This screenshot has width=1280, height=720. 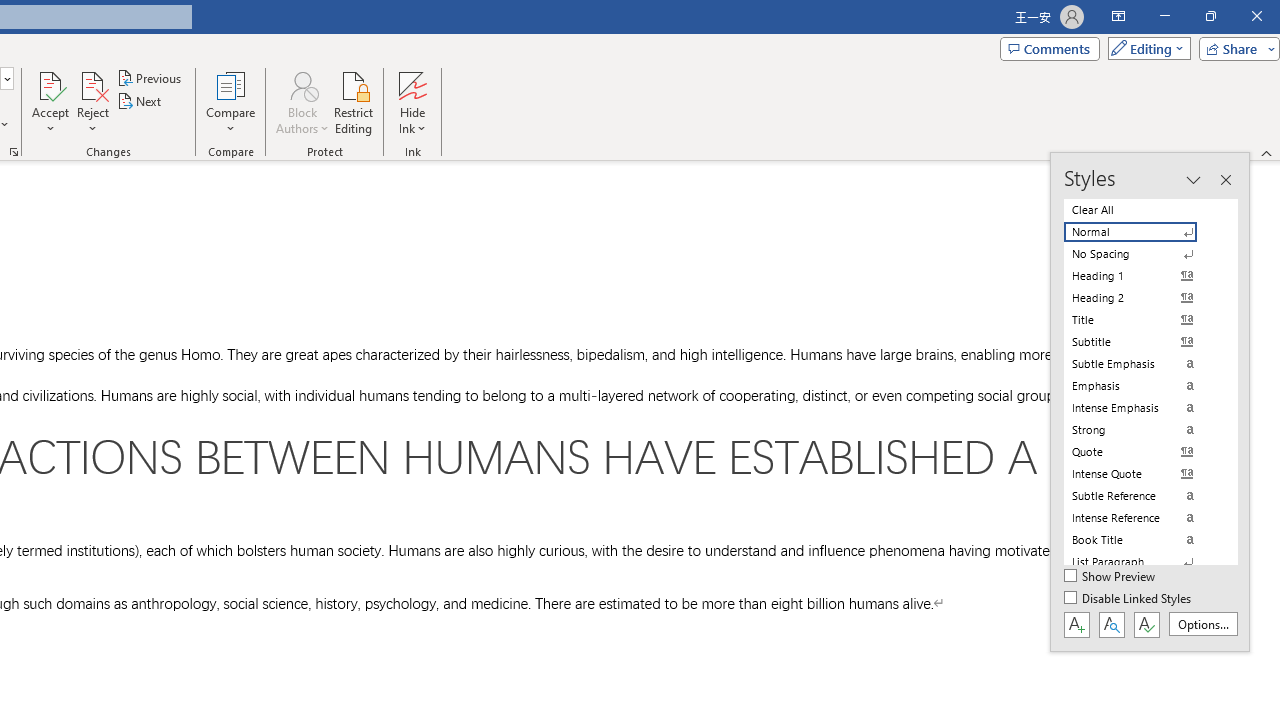 What do you see at coordinates (1142, 363) in the screenshot?
I see `'Subtle Emphasis'` at bounding box center [1142, 363].